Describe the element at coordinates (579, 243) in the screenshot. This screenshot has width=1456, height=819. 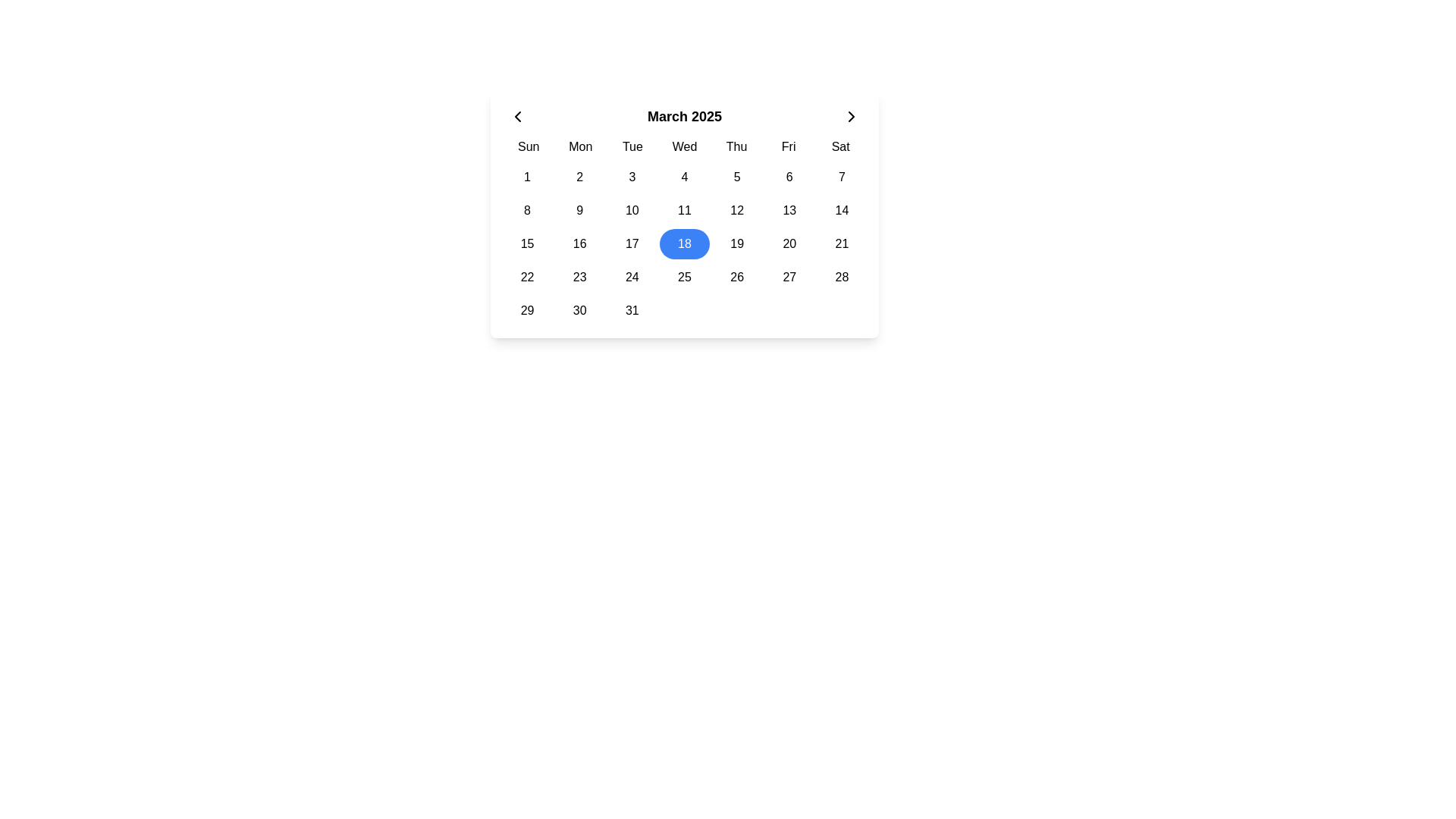
I see `the circular button with the numeral '16' located in the third row and second column of the calendar interface` at that location.